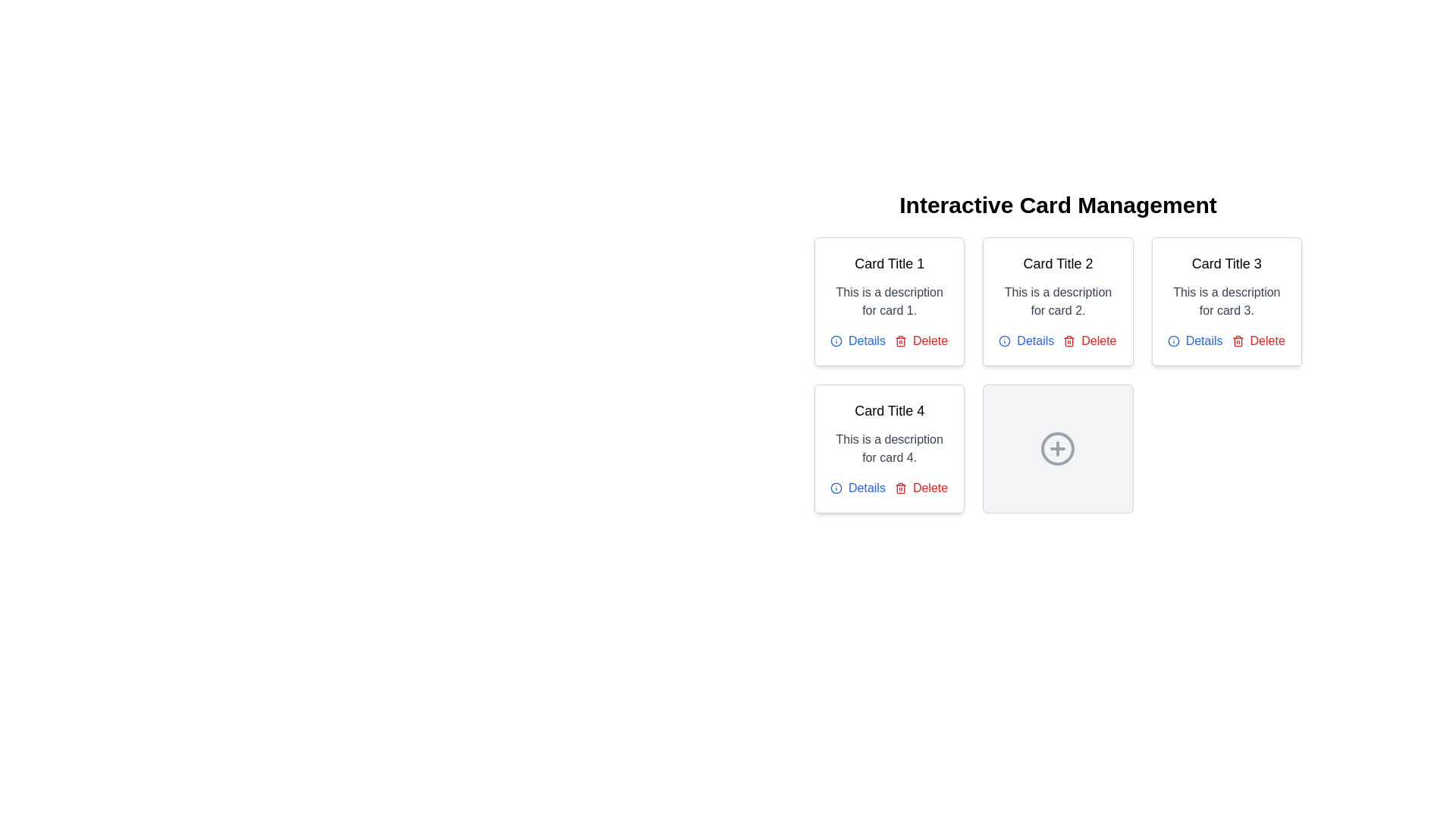 Image resolution: width=1456 pixels, height=819 pixels. I want to click on the red trash bin icon located within the 'Delete' button under 'Card Title 3', so click(1238, 341).